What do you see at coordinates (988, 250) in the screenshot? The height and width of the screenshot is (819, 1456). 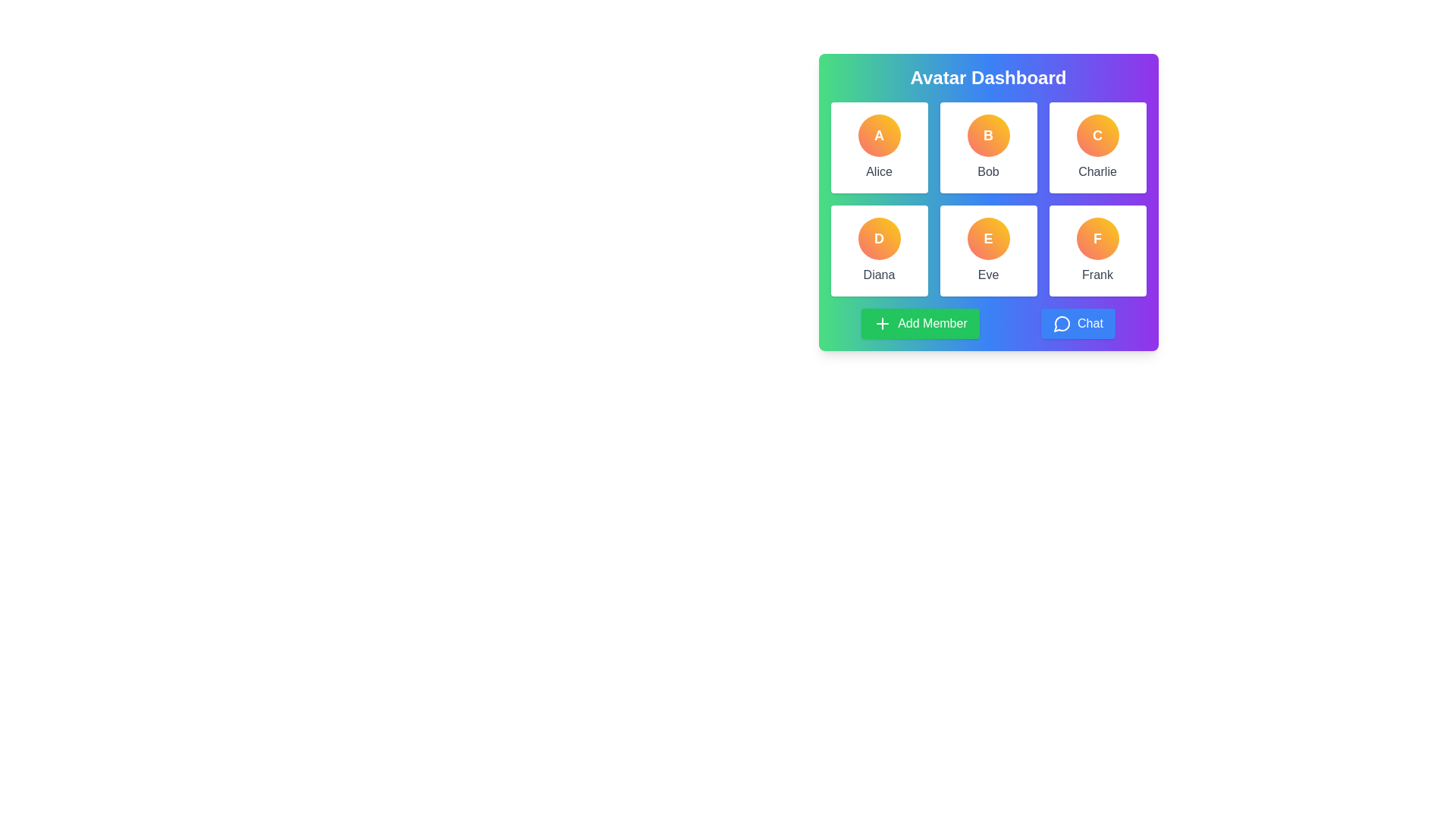 I see `to select the user profile card located in the second row and middle column of a 3x2 grid, positioned below 'Bob' and beside 'Diana' and 'Frank'` at bounding box center [988, 250].